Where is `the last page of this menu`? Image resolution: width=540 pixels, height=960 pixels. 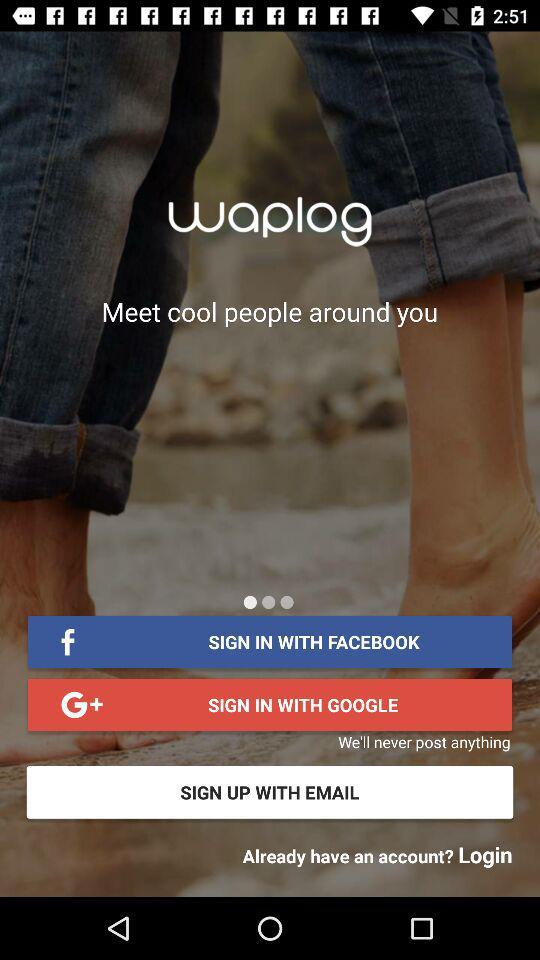
the last page of this menu is located at coordinates (286, 601).